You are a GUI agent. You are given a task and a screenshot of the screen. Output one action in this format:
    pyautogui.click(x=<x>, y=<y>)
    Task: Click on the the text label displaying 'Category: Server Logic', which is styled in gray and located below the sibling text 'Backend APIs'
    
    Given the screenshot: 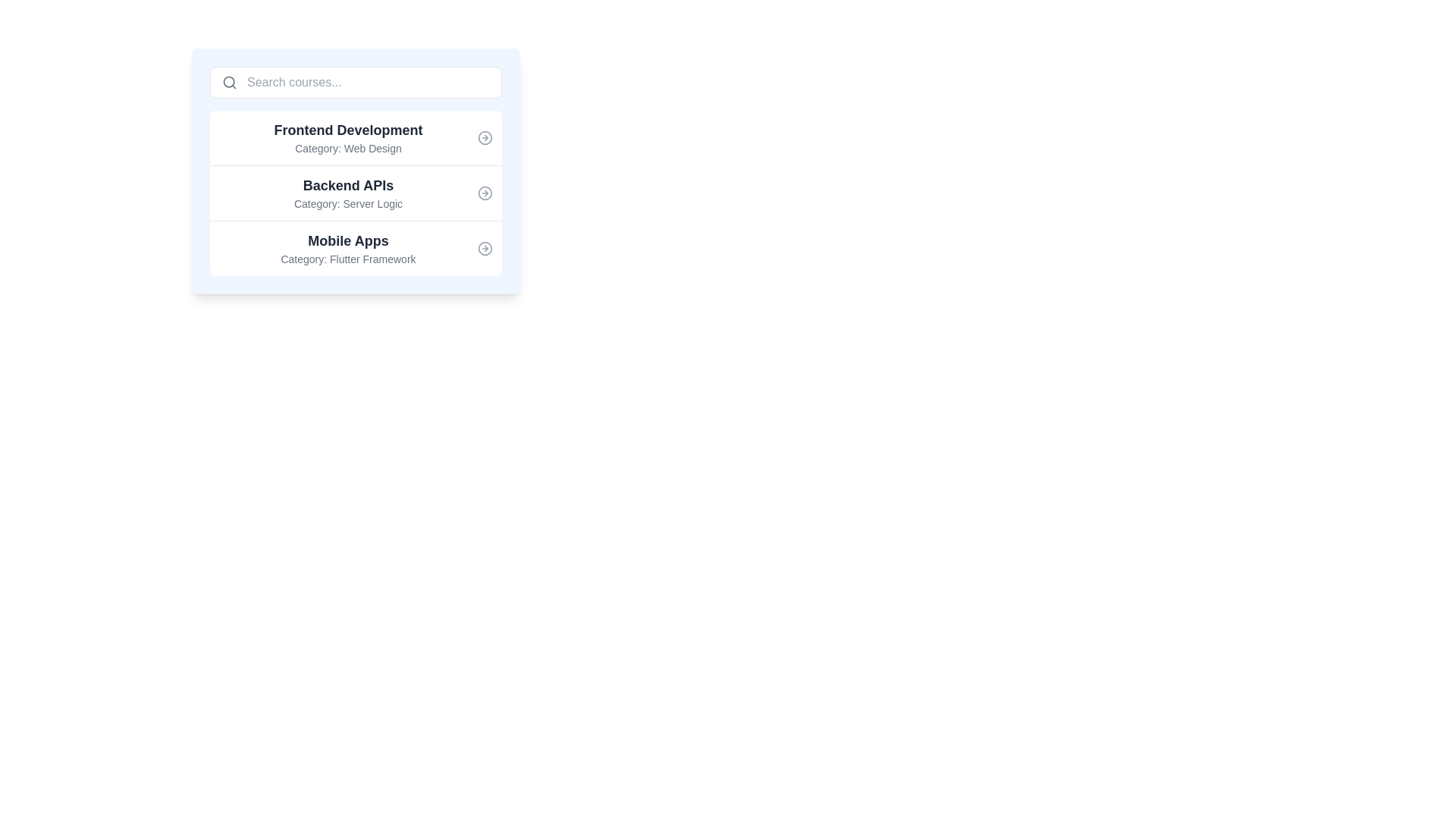 What is the action you would take?
    pyautogui.click(x=347, y=203)
    